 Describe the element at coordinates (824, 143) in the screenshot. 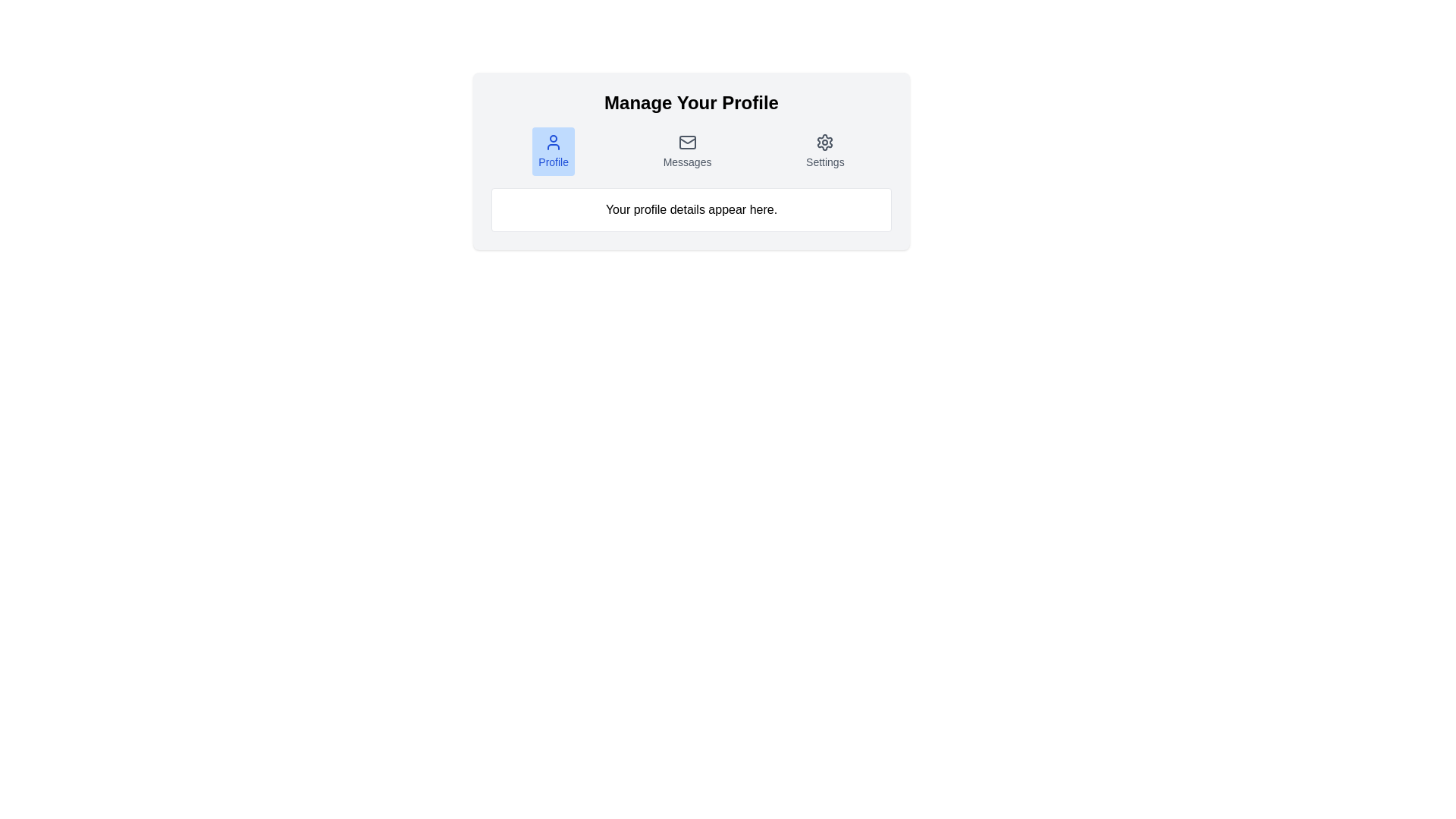

I see `the minimalist gear icon representing the settings functionality, located in the 'Manage Your Profile' section, above the 'Settings' label` at that location.